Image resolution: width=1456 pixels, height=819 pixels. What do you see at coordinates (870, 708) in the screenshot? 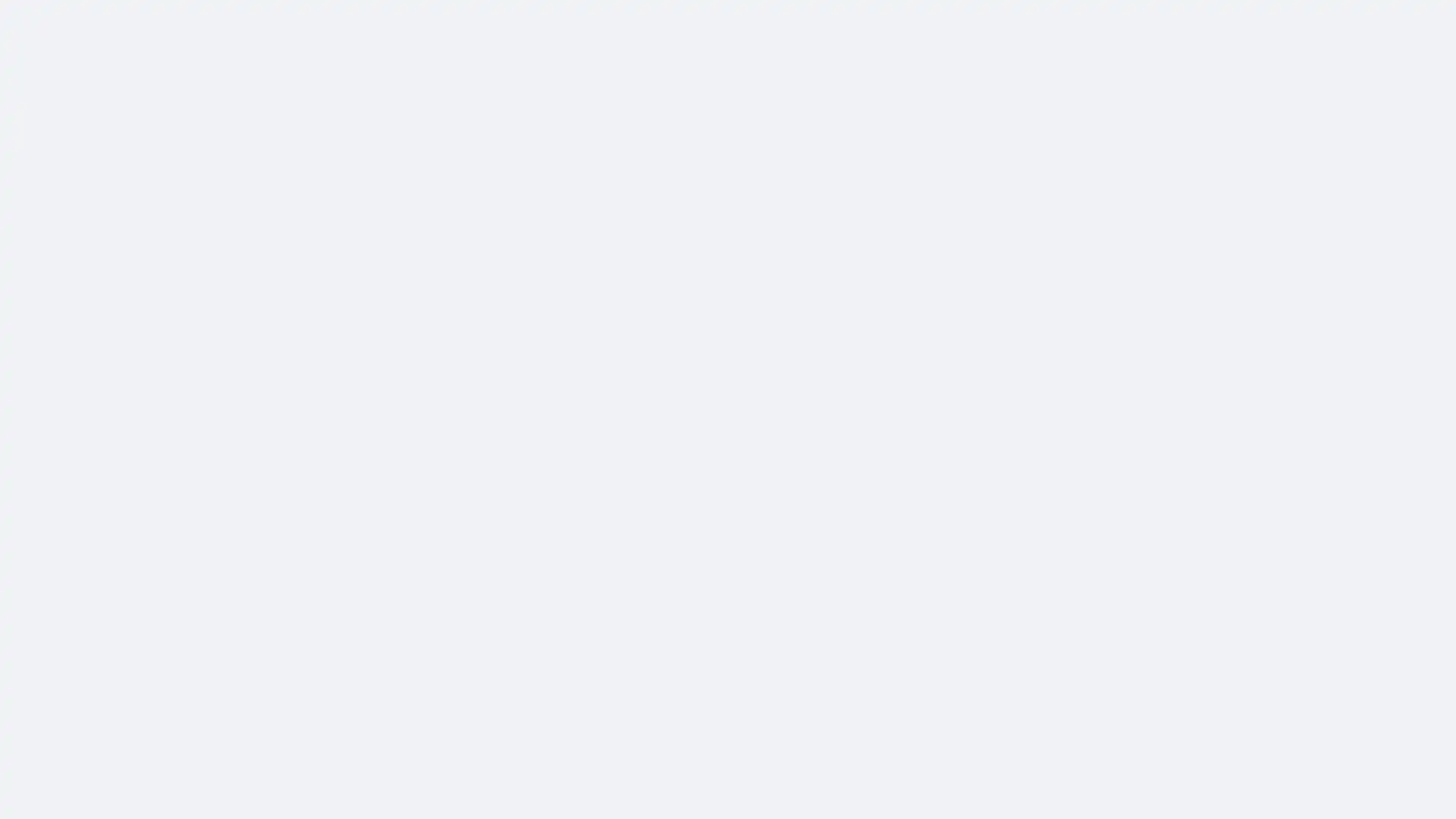
I see `Opmerking plaatsen` at bounding box center [870, 708].